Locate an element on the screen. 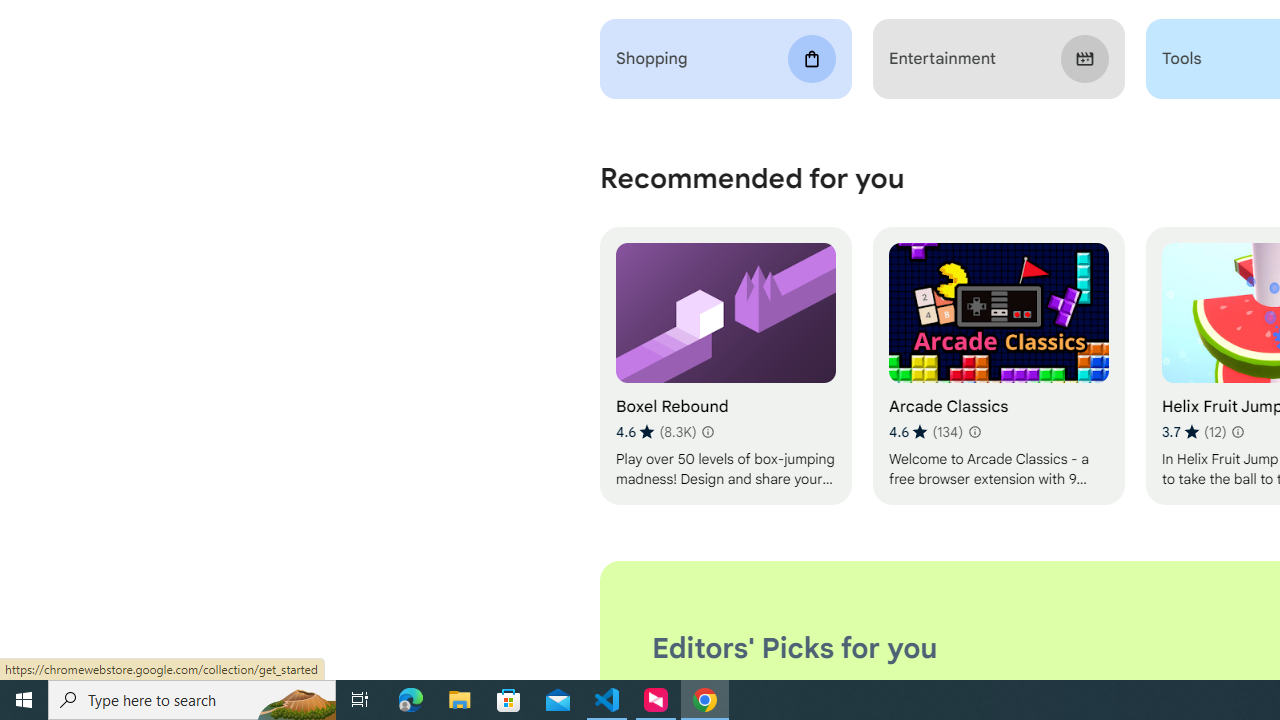  'Learn more about results and reviews "Arcade Classics"' is located at coordinates (974, 431).